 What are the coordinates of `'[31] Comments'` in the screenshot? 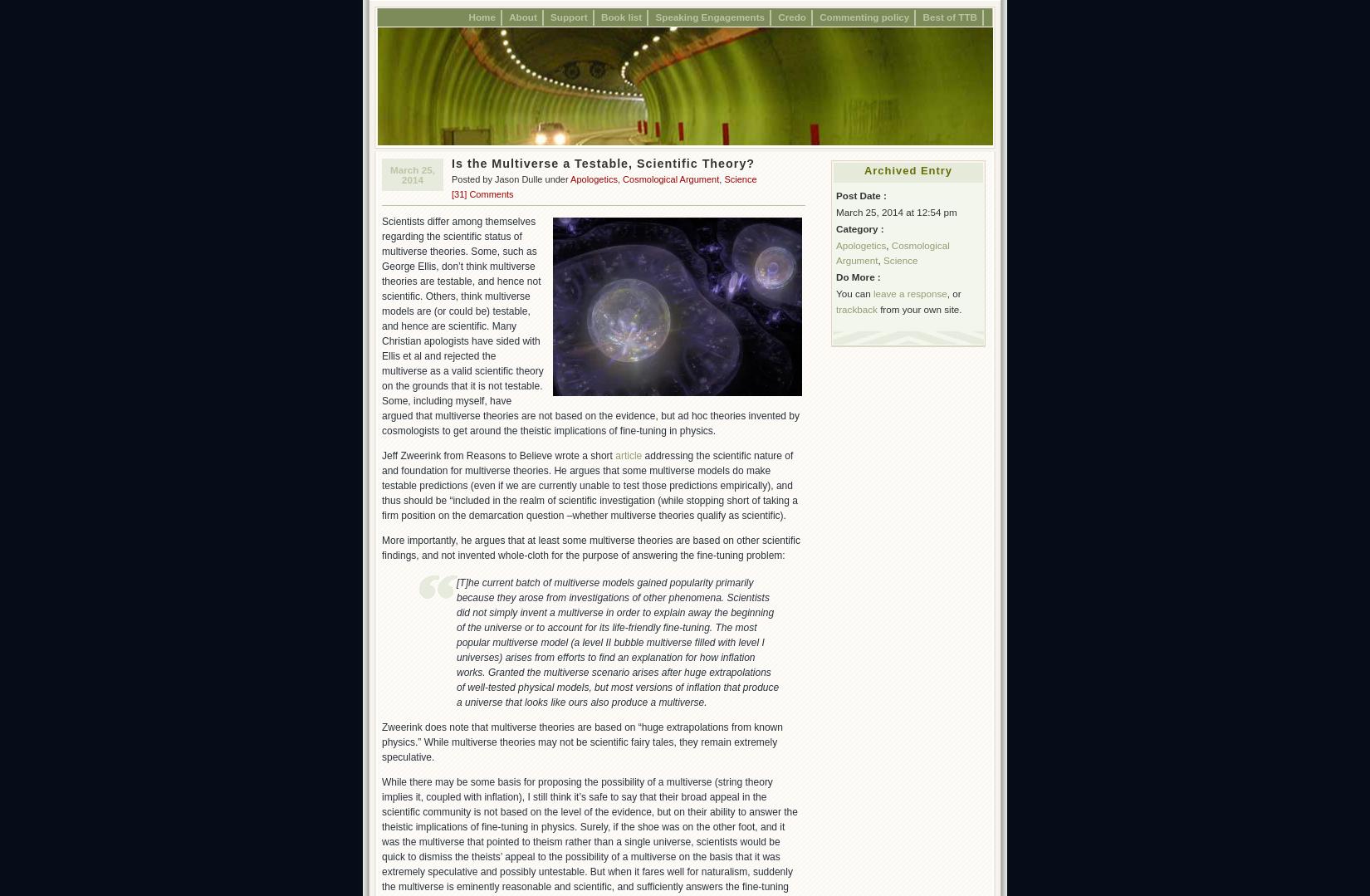 It's located at (481, 193).